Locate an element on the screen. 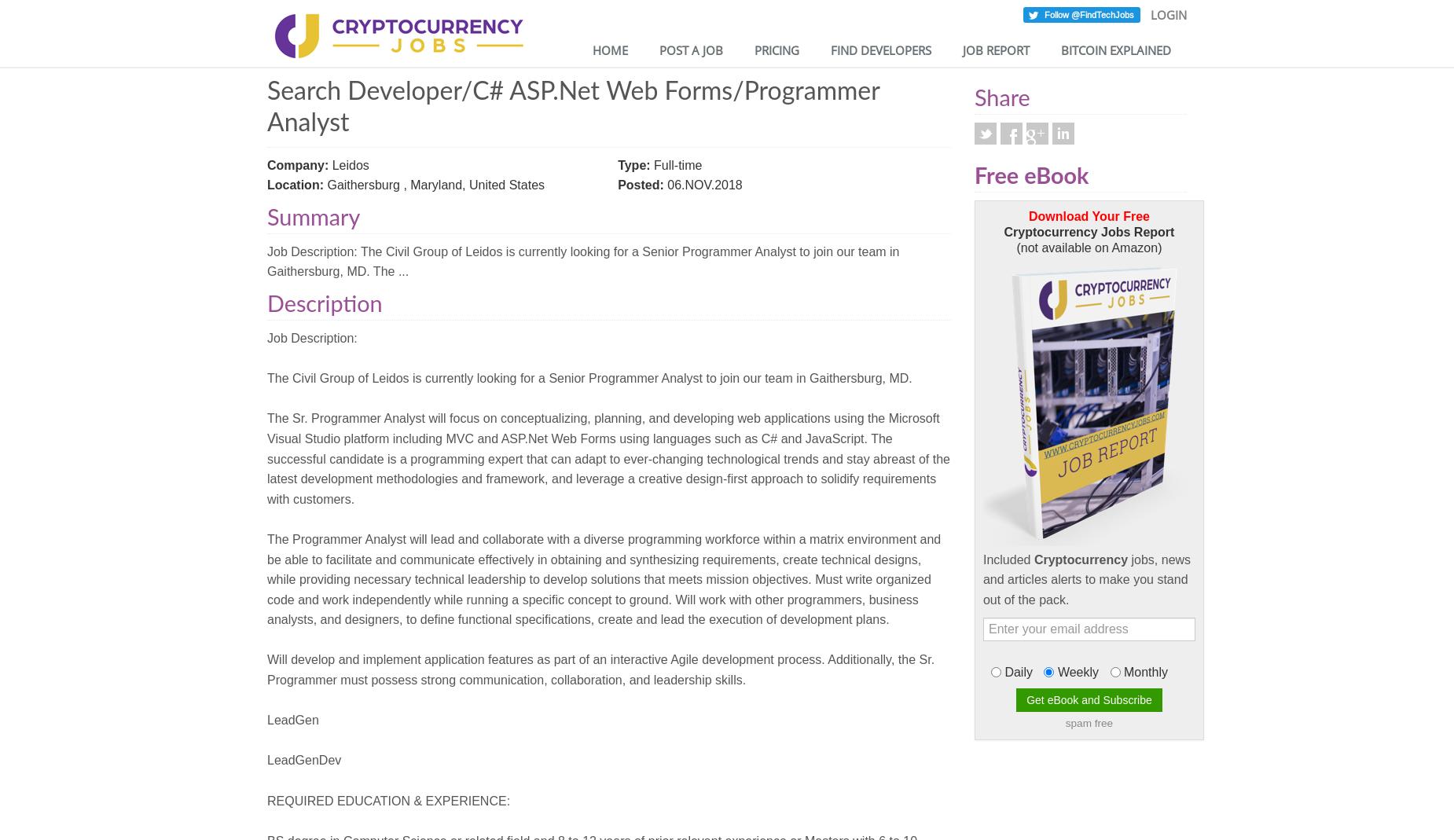 This screenshot has width=1454, height=840. 'spam free' is located at coordinates (1063, 722).